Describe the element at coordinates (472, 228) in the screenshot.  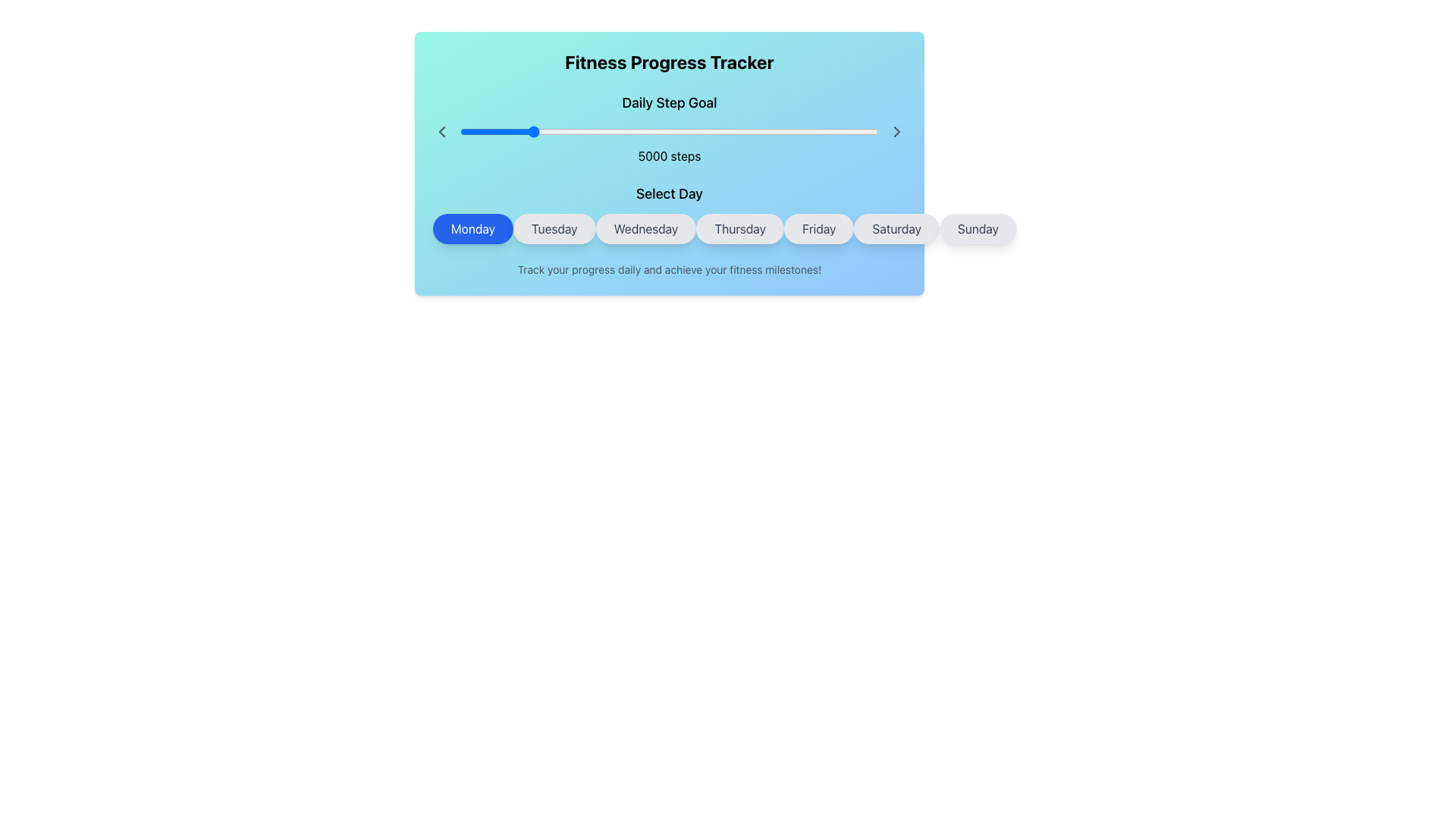
I see `the 'Monday' button, which is the first in the series of buttons representing days of the week, located beneath the 'Select Day' label` at that location.